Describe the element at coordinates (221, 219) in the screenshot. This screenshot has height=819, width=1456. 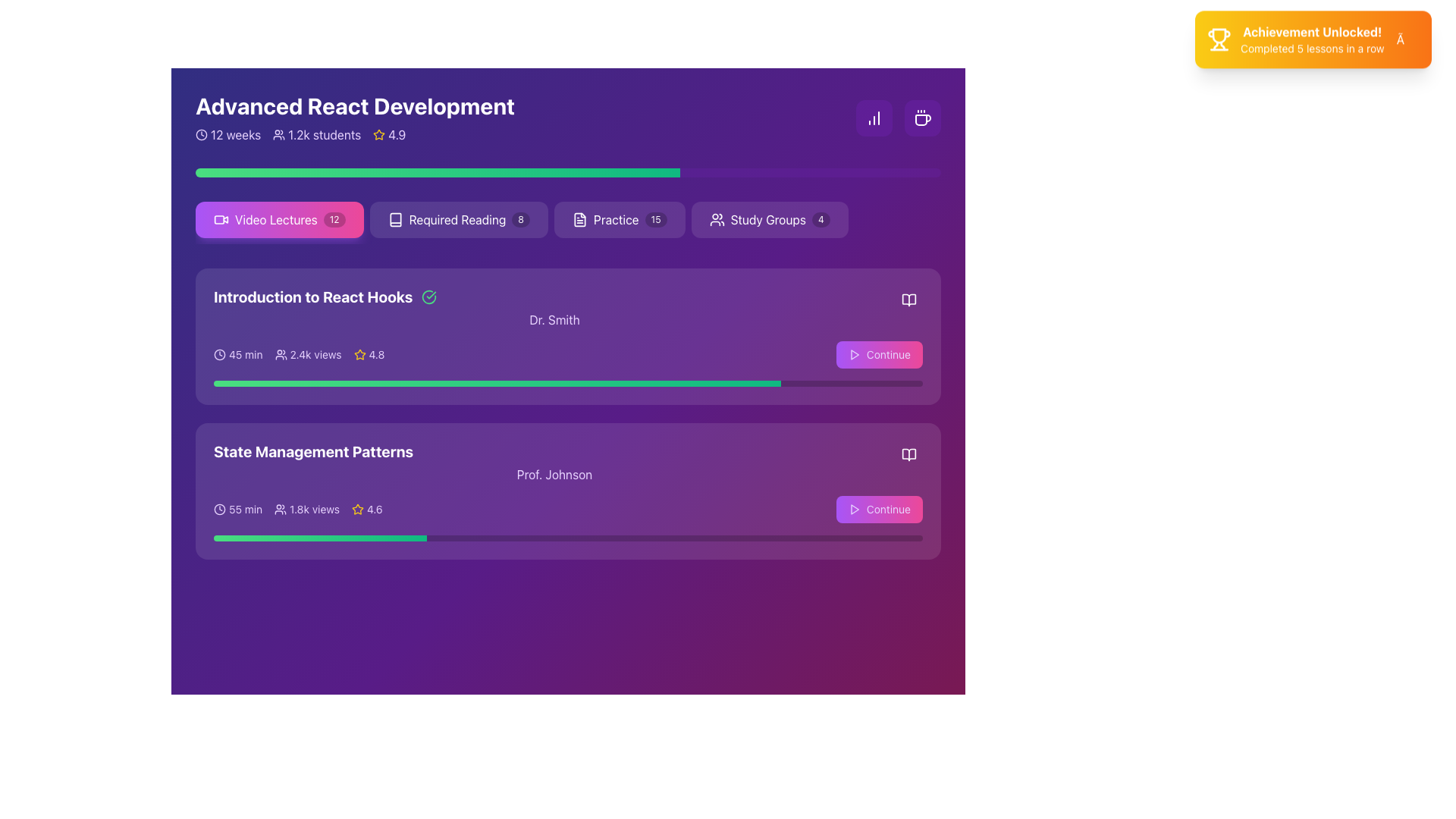
I see `the video camera icon located within the 'Video Lectures' button, which has a gradient from purple to pink and a numeric badge displaying '12'` at that location.